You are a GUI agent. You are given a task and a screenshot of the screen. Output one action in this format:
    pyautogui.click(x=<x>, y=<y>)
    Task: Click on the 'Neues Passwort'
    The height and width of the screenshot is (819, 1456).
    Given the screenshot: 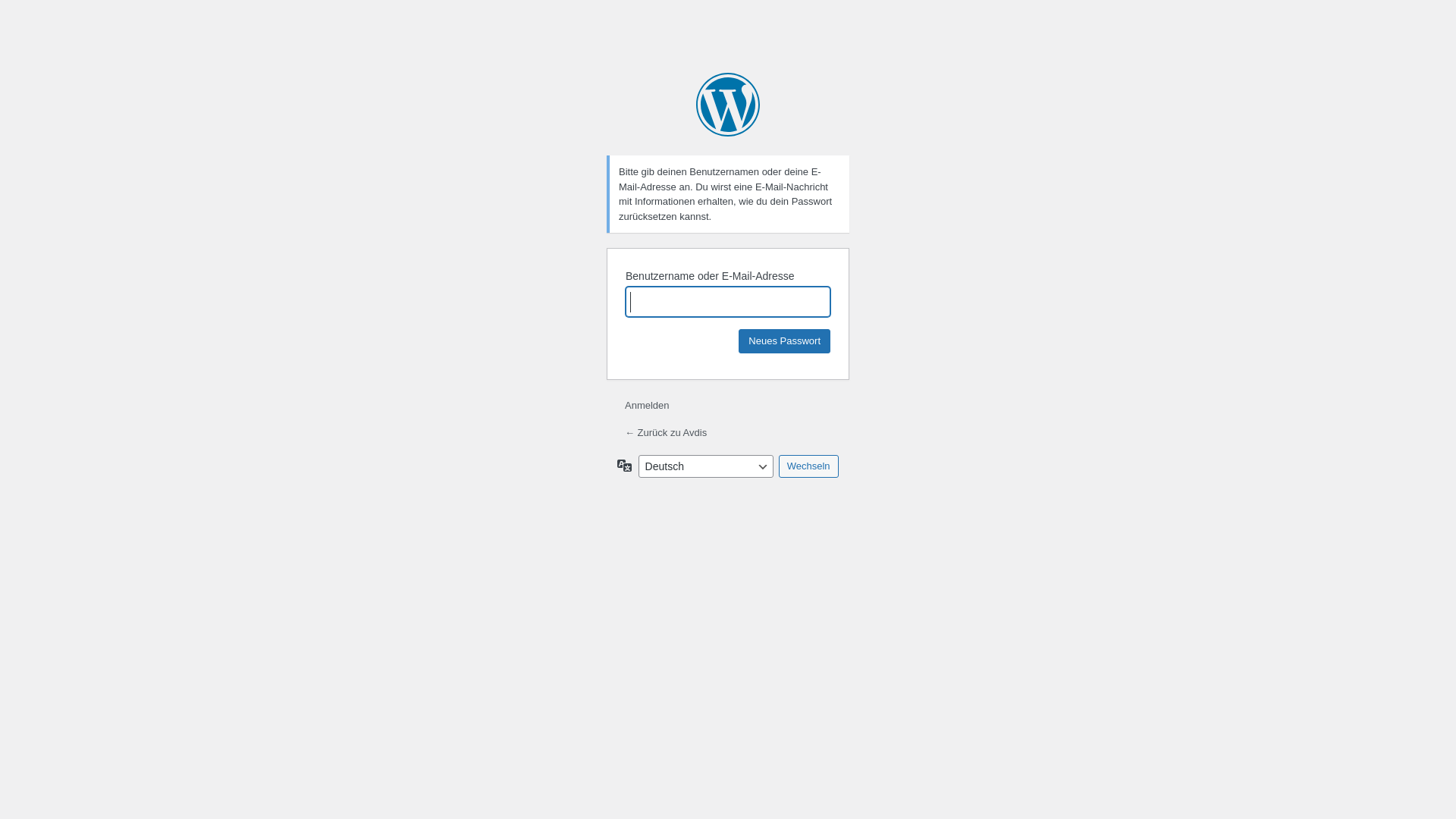 What is the action you would take?
    pyautogui.click(x=784, y=341)
    